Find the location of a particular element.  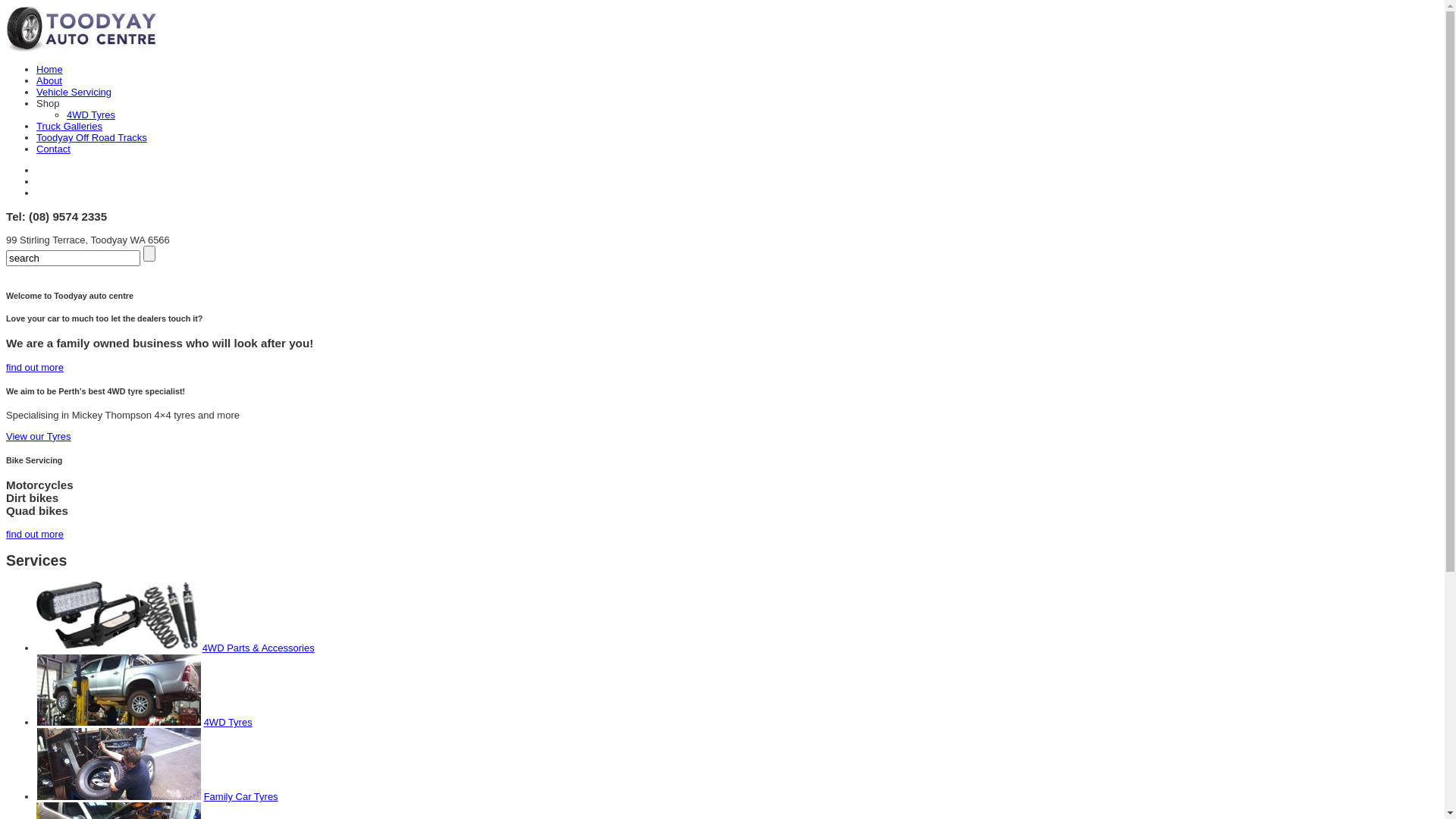

'Home' is located at coordinates (49, 69).